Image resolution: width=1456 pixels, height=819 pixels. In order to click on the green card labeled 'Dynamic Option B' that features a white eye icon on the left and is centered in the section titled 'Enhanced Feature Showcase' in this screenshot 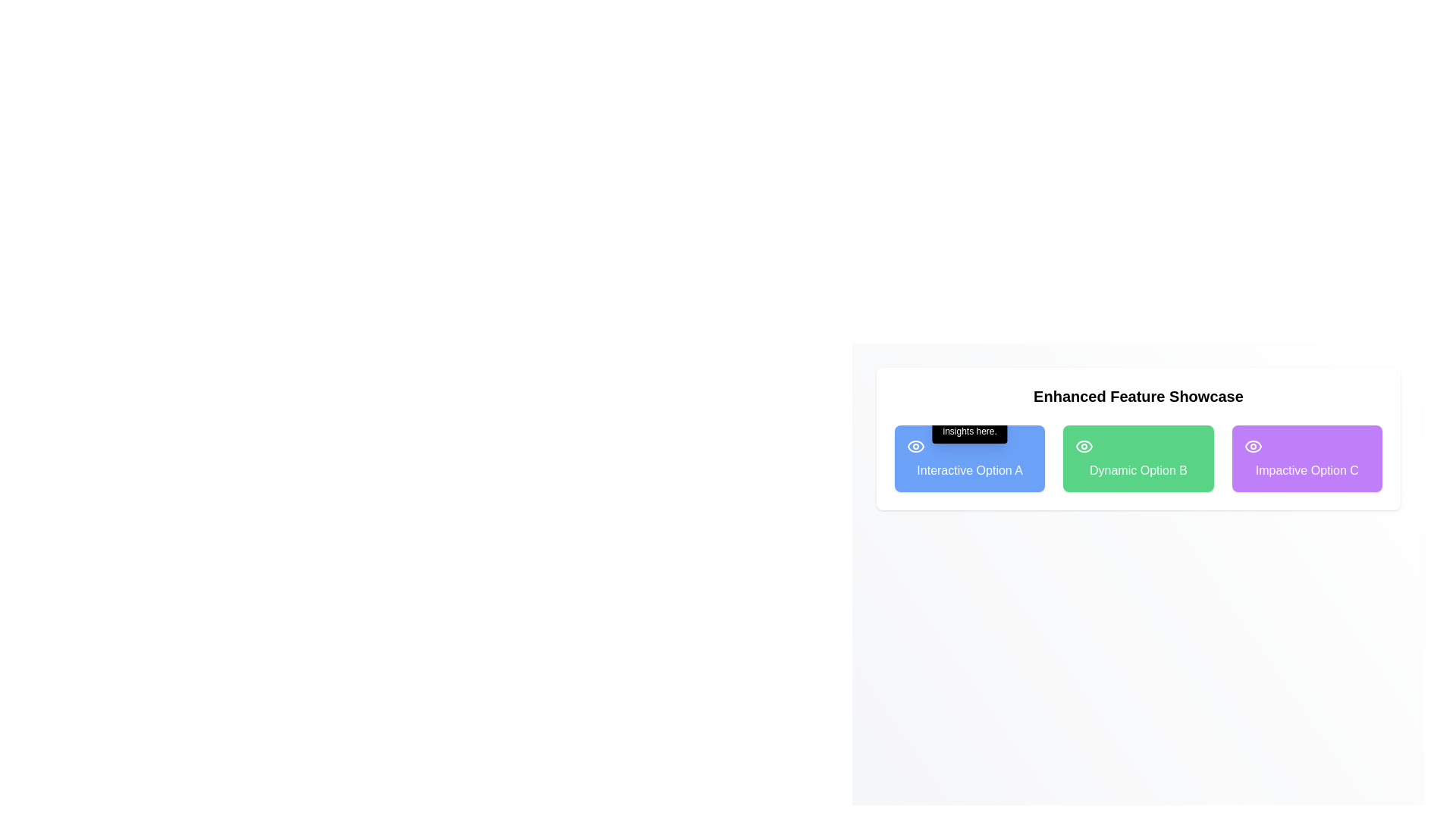, I will do `click(1138, 458)`.